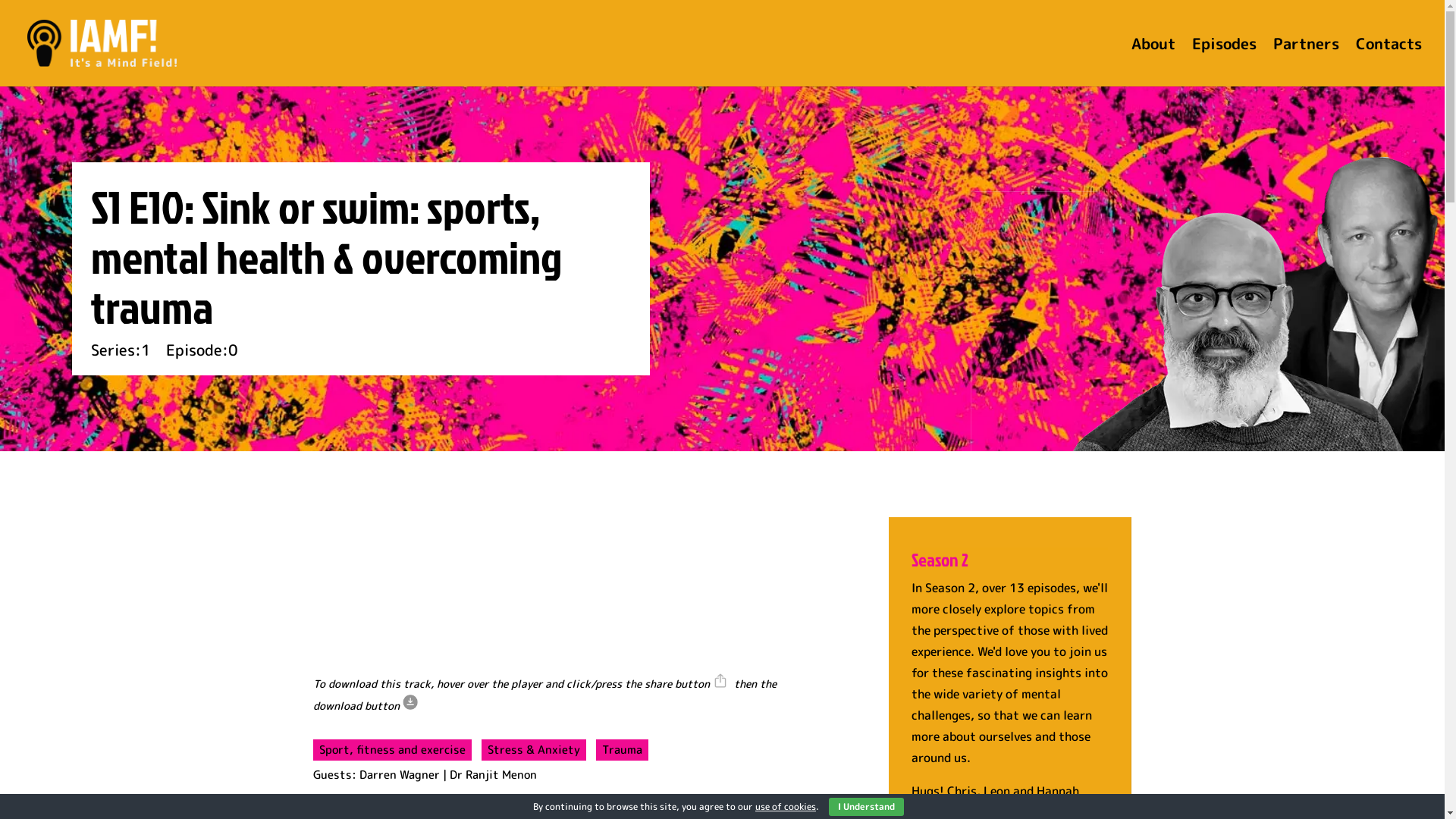  What do you see at coordinates (391, 748) in the screenshot?
I see `'Sport, fitness and exercise'` at bounding box center [391, 748].